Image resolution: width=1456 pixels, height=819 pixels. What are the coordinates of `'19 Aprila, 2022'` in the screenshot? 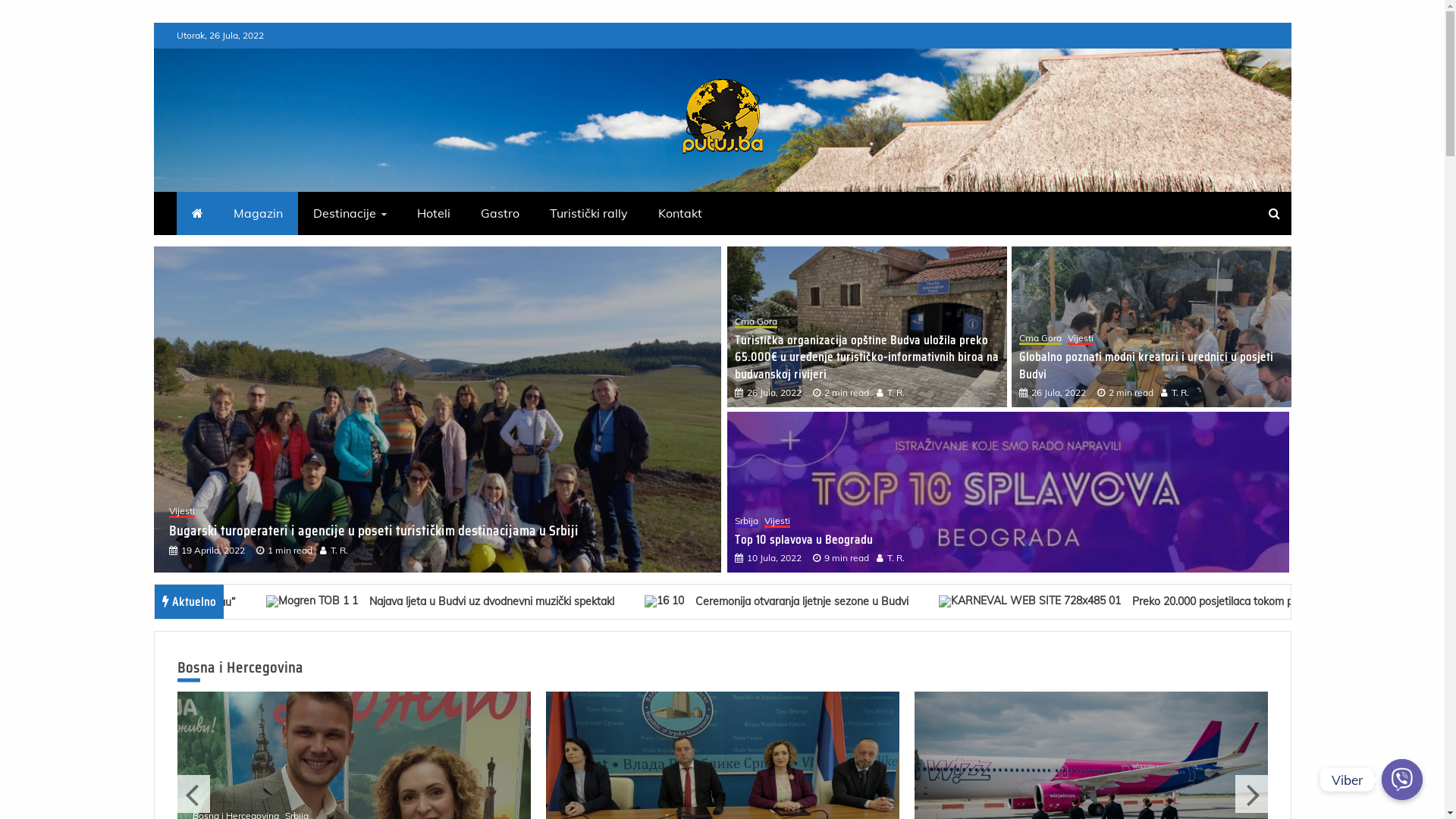 It's located at (211, 550).